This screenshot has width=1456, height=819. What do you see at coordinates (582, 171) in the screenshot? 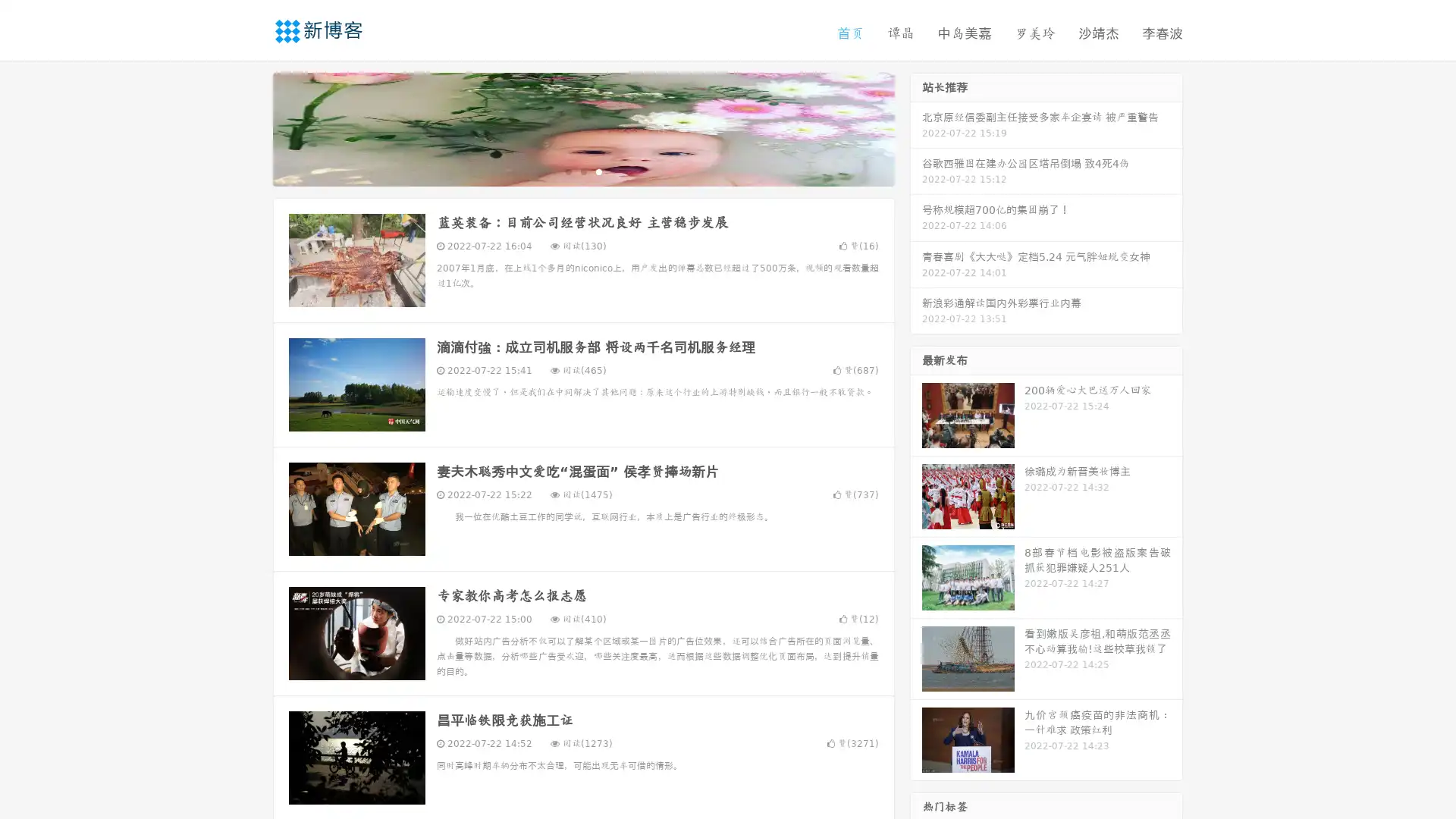
I see `Go to slide 2` at bounding box center [582, 171].